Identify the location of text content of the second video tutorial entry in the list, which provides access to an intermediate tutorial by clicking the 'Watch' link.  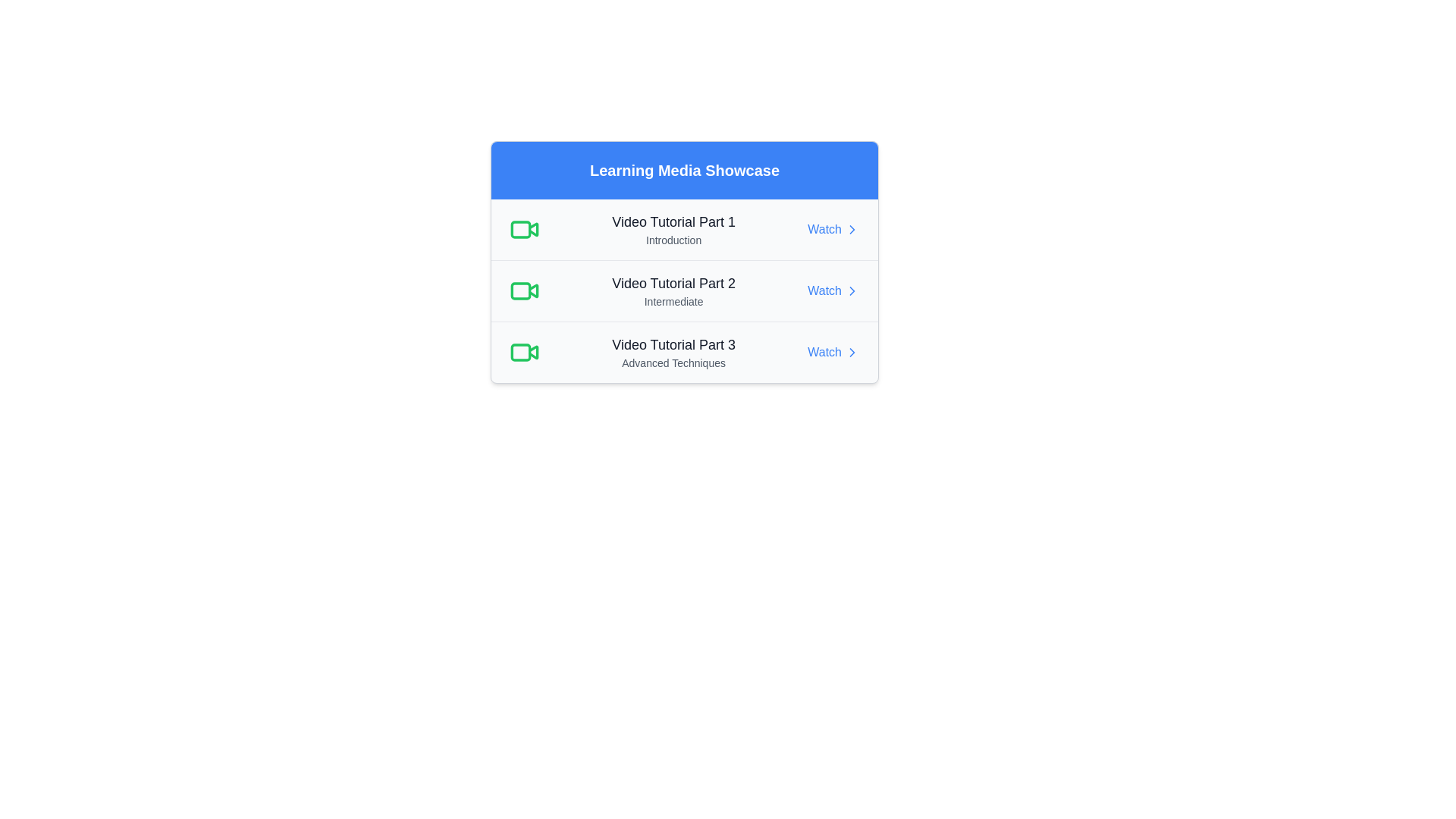
(683, 291).